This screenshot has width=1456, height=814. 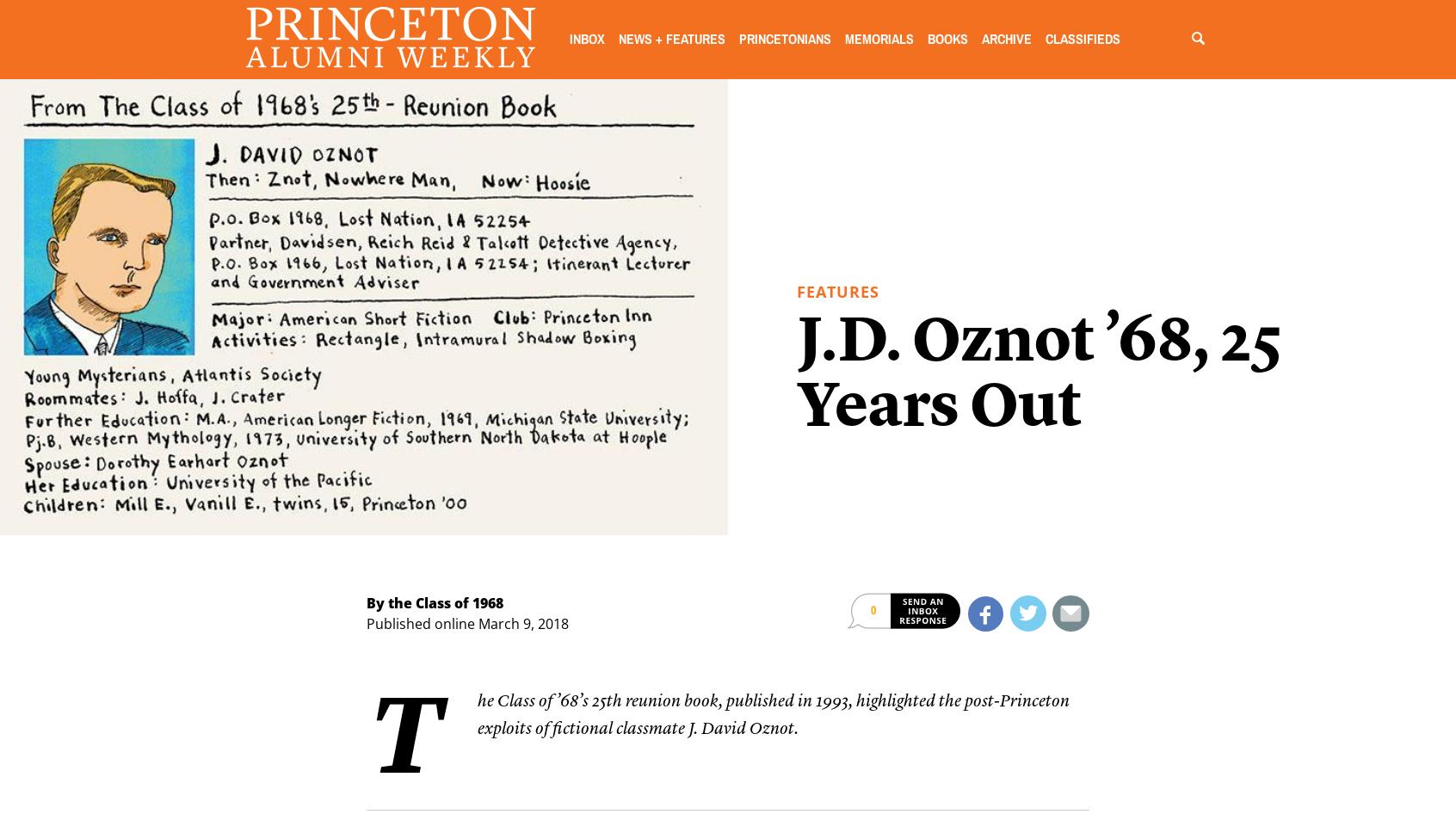 I want to click on 'Princetonians', so click(x=737, y=39).